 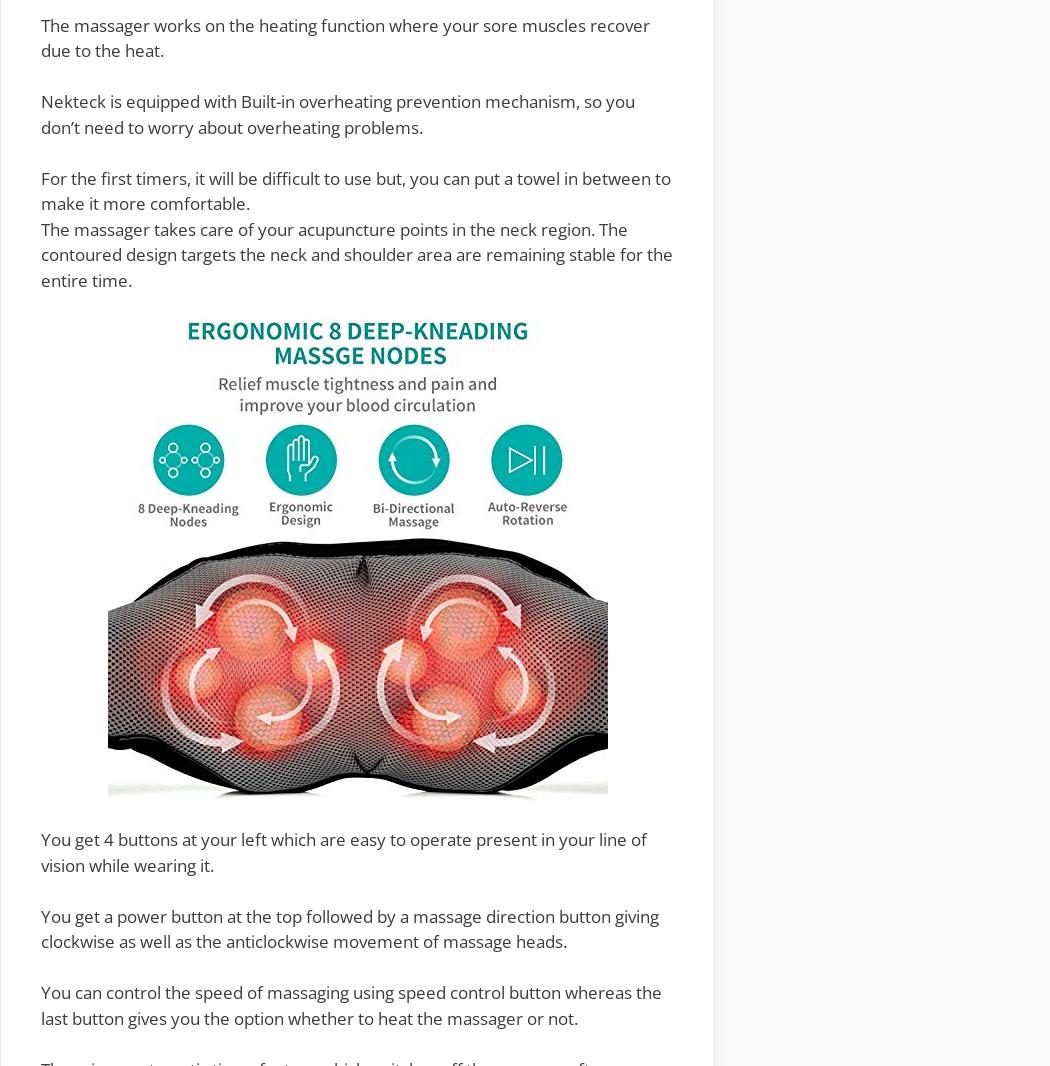 I want to click on 'You get', so click(x=39, y=839).